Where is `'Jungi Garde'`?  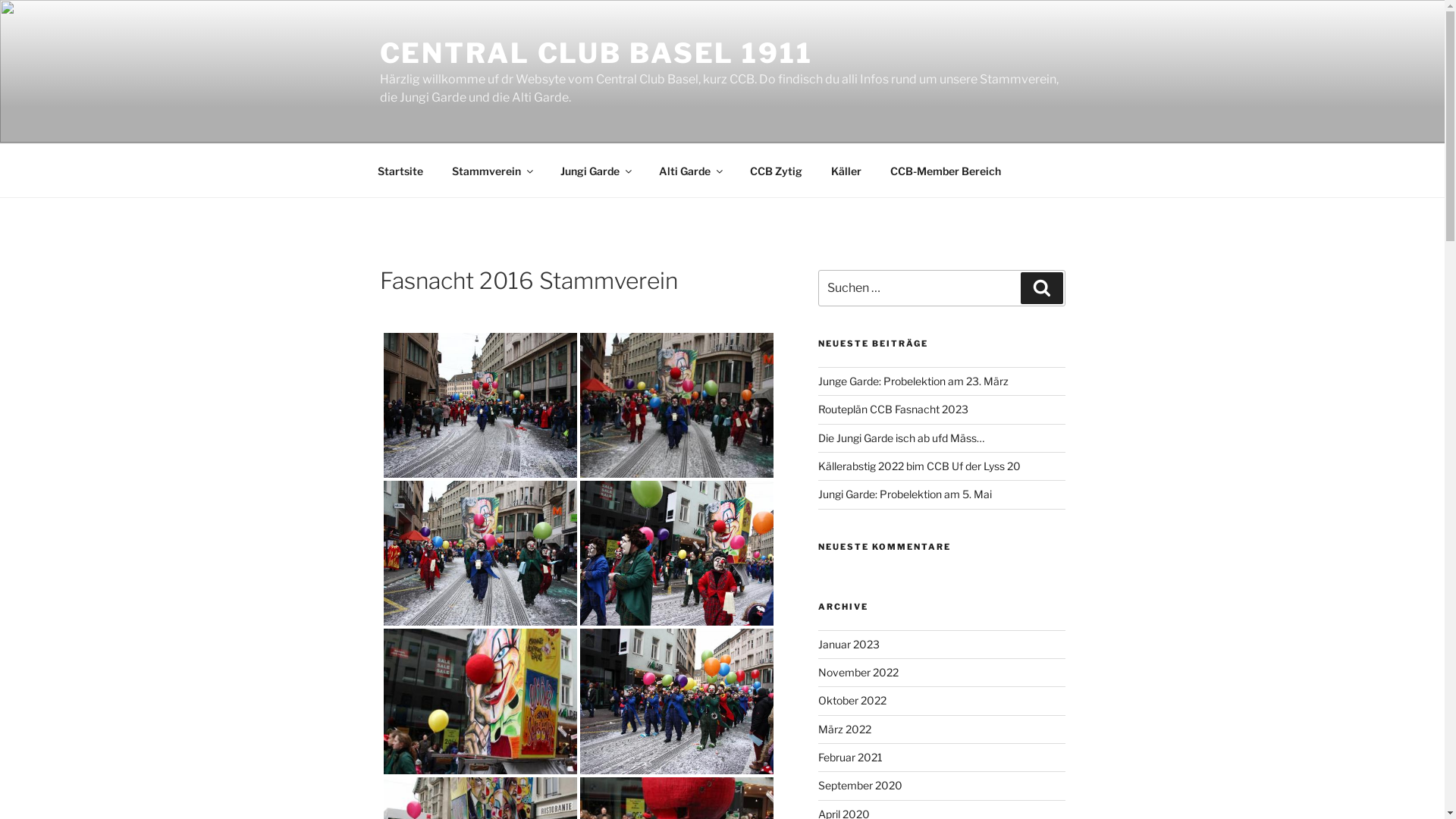
'Jungi Garde' is located at coordinates (546, 170).